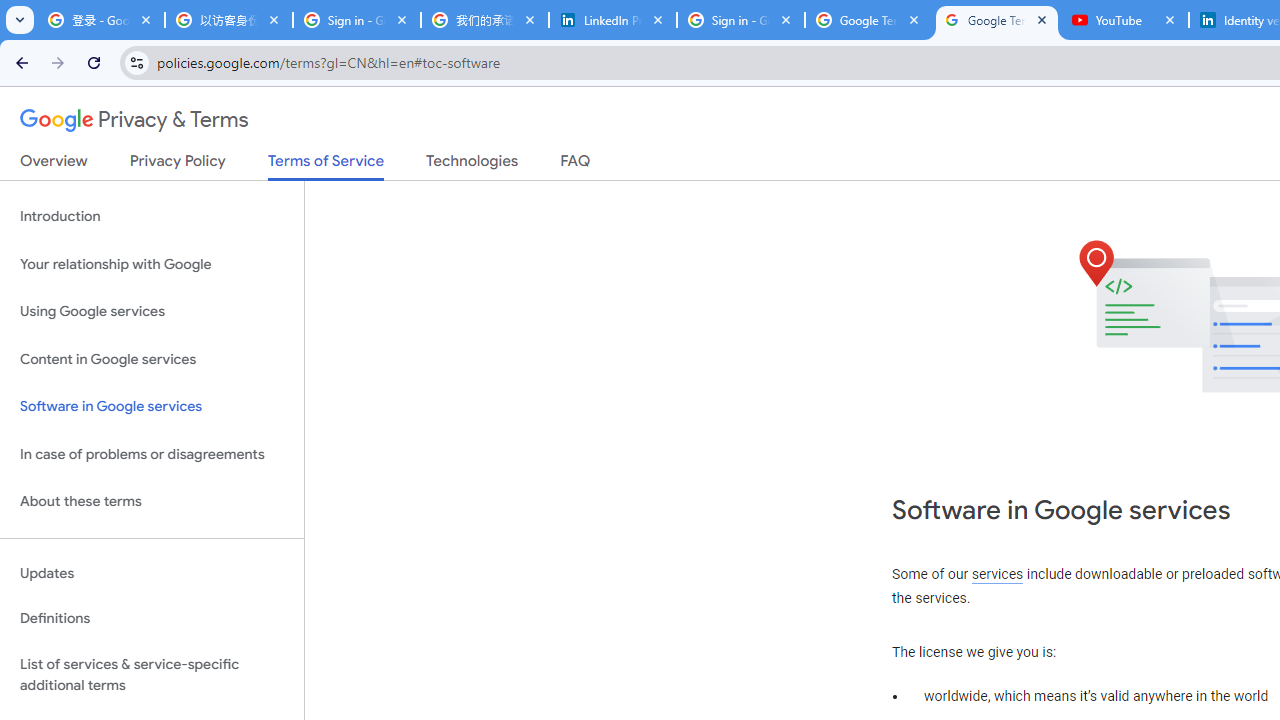 Image resolution: width=1280 pixels, height=720 pixels. What do you see at coordinates (612, 20) in the screenshot?
I see `'LinkedIn Privacy Policy'` at bounding box center [612, 20].